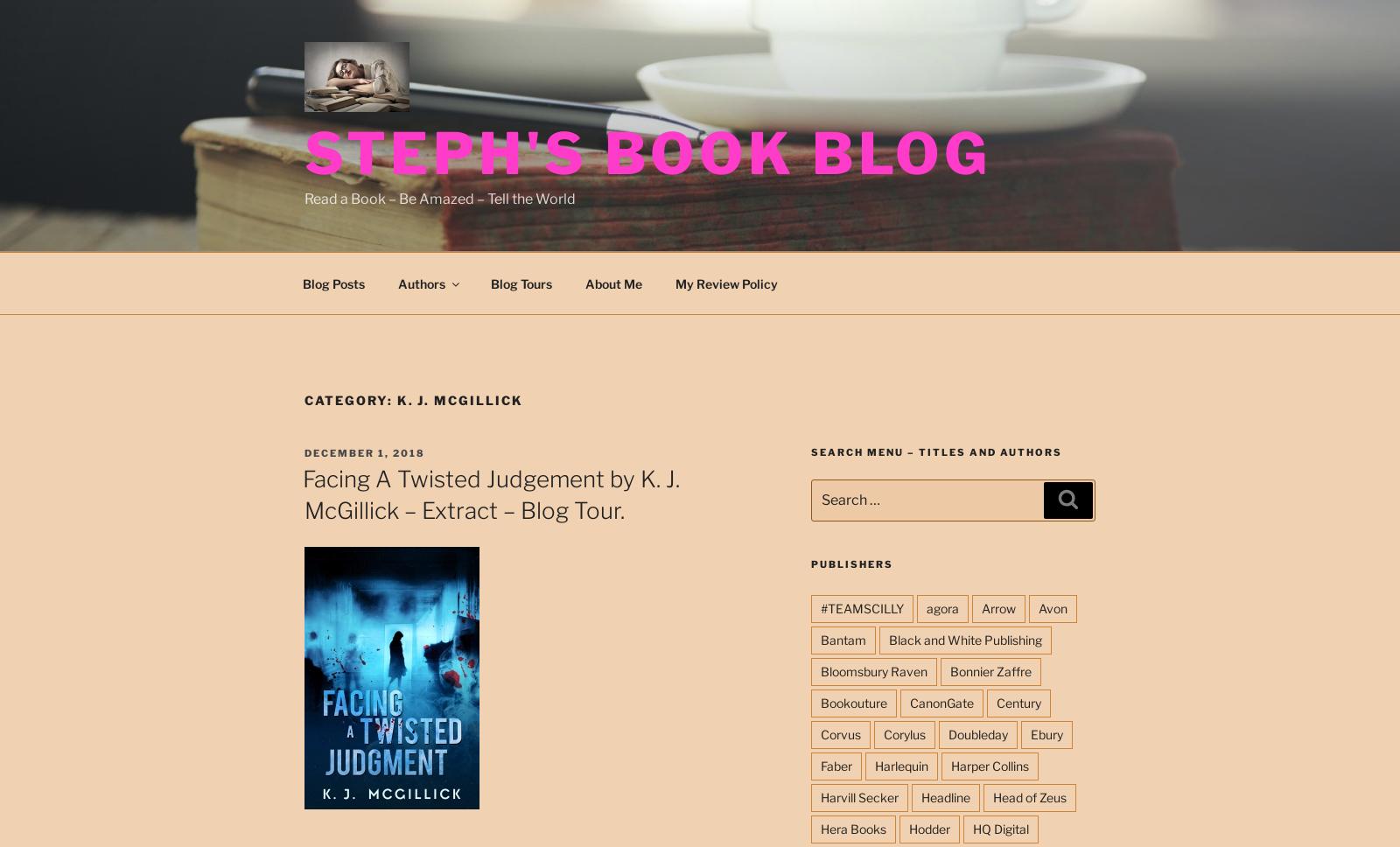 The height and width of the screenshot is (847, 1400). Describe the element at coordinates (350, 399) in the screenshot. I see `'Category:'` at that location.